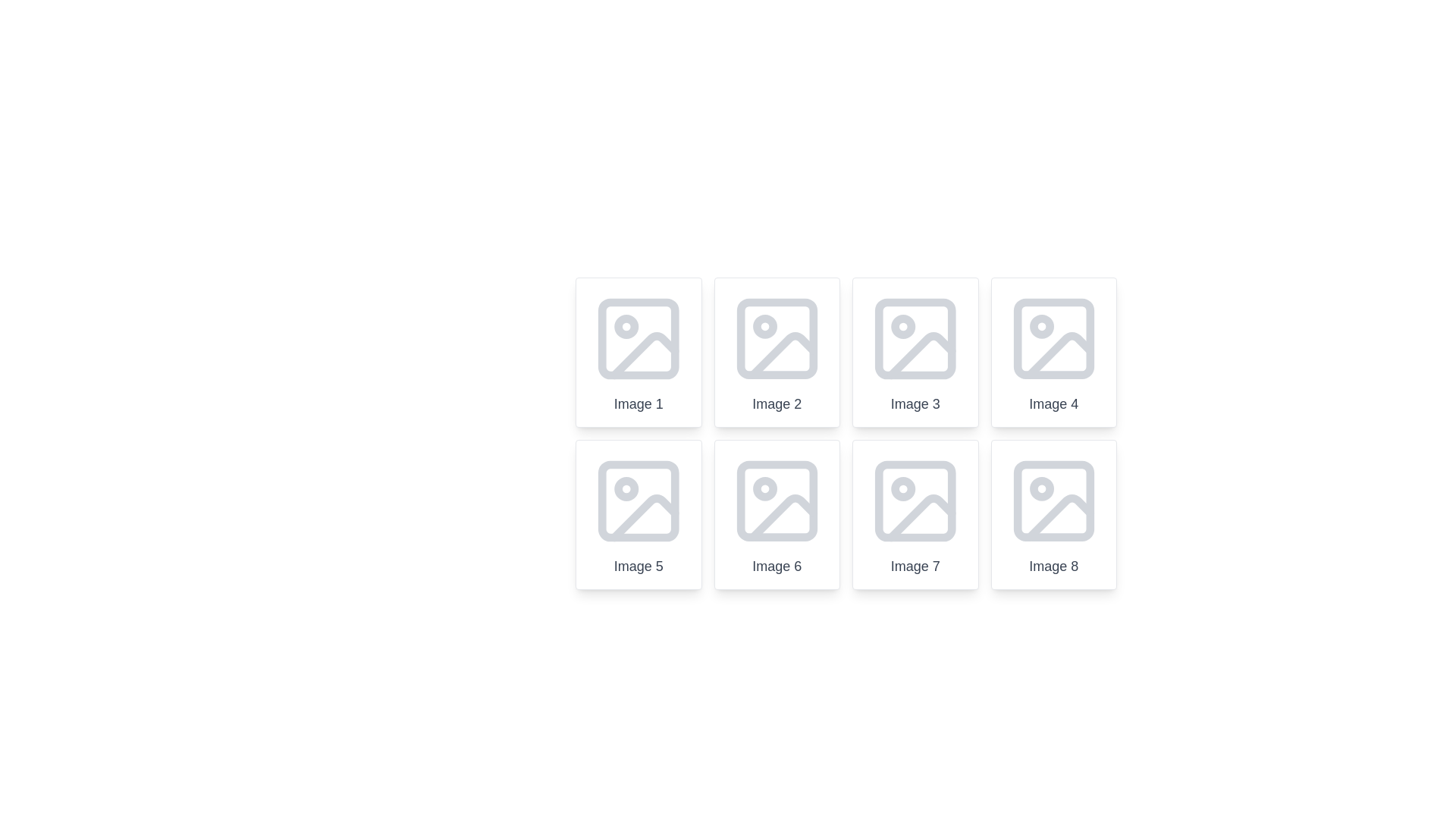  What do you see at coordinates (777, 338) in the screenshot?
I see `the rectangular graphic icon representing the image placeholder located in the upper-left corner of the SVG illustration, near the label 'Image 2'` at bounding box center [777, 338].